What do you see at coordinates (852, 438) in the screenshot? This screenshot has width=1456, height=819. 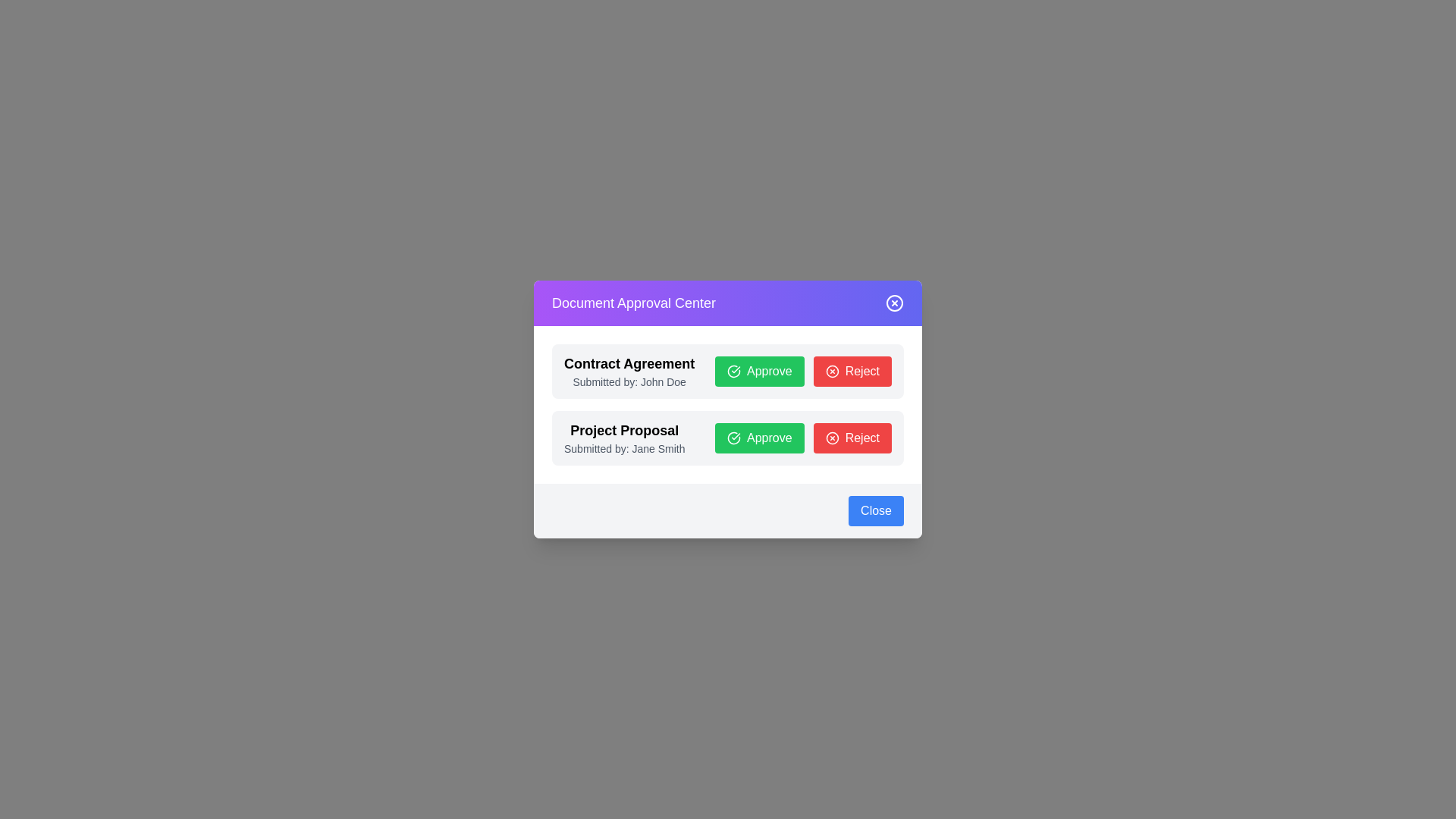 I see `the red 'Reject' button located at the bottom-right of the 'Project Proposal' modal to reject the proposal` at bounding box center [852, 438].